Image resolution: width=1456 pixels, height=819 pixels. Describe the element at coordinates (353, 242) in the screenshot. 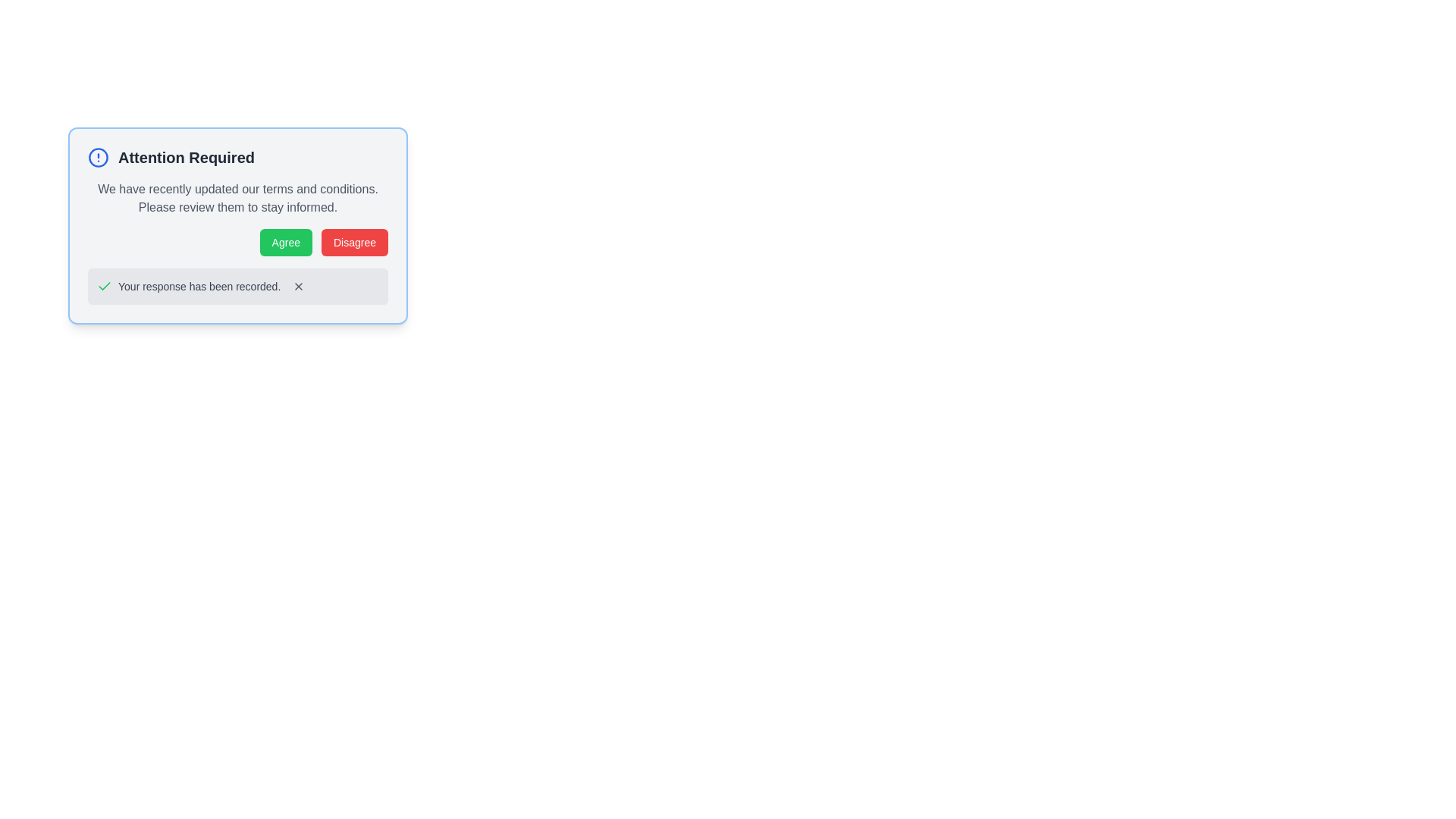

I see `the disagreement button located to the right of the 'Agree' button in the confirmation dialog` at that location.